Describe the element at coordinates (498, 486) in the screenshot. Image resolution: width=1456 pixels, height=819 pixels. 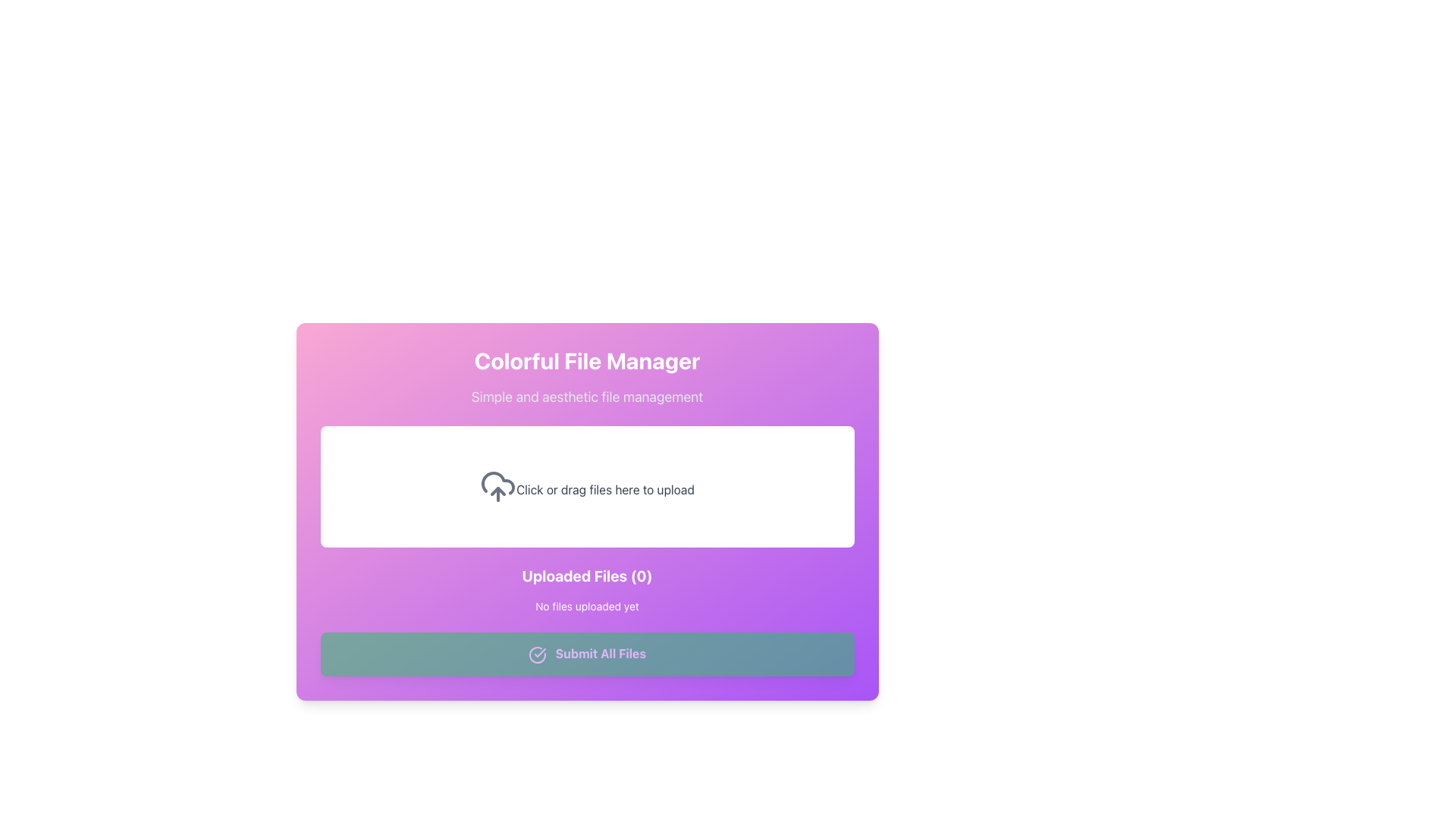
I see `the cloud-shaped upload icon with an upward arrow, which is located slightly to the left of the text 'Click or drag files here to upload'` at that location.